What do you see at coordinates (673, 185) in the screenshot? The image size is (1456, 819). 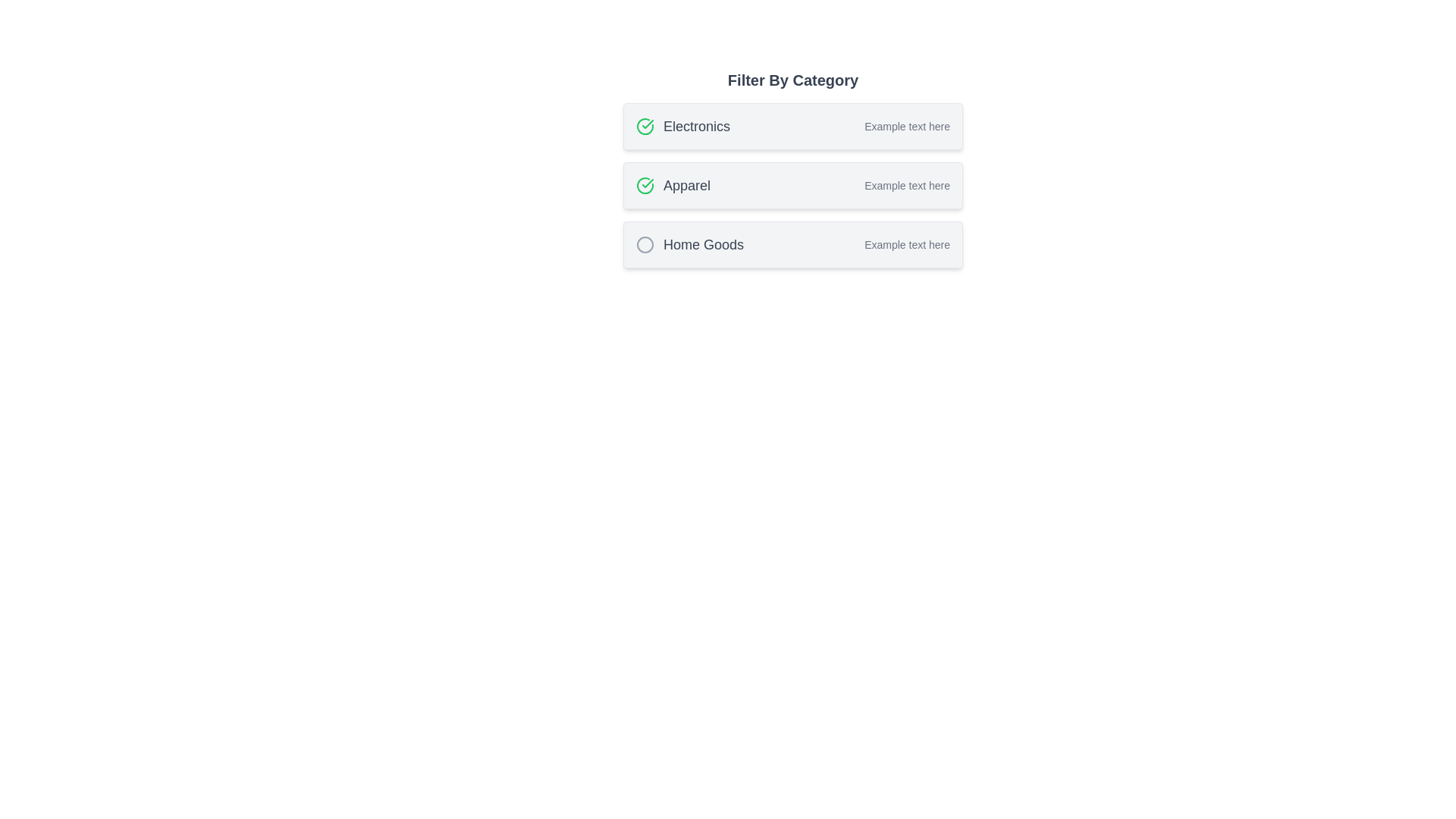 I see `the 'Apparel' text label, which is styled with a medium font size and gray color, located below 'Electronics' and above 'Home Goods' in a vertically stacked list of categories` at bounding box center [673, 185].